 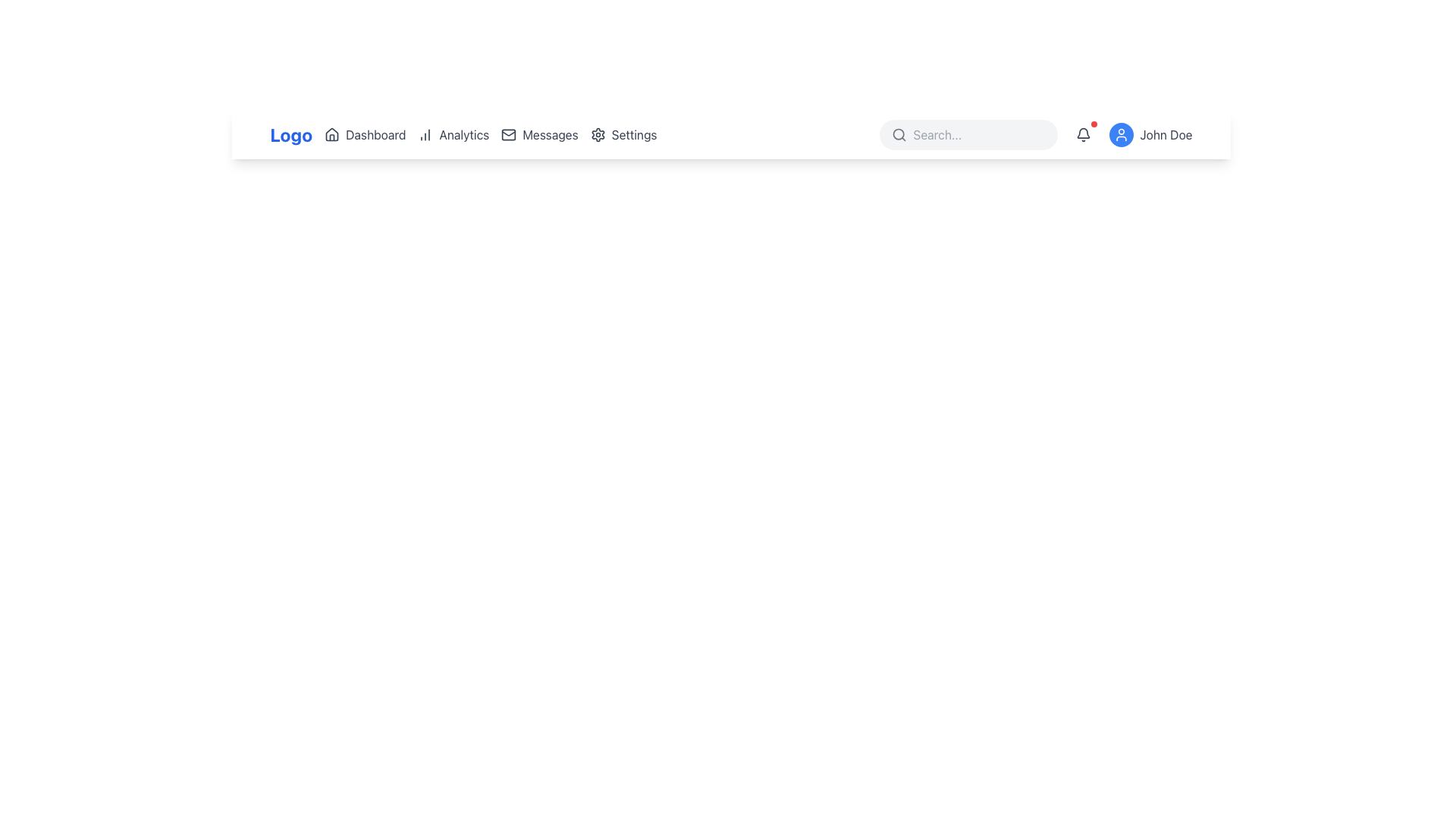 What do you see at coordinates (1122, 133) in the screenshot?
I see `the circular blue icon with a white user silhouette located on the right side of the top navigation bar, just before the text label 'John Doe'` at bounding box center [1122, 133].